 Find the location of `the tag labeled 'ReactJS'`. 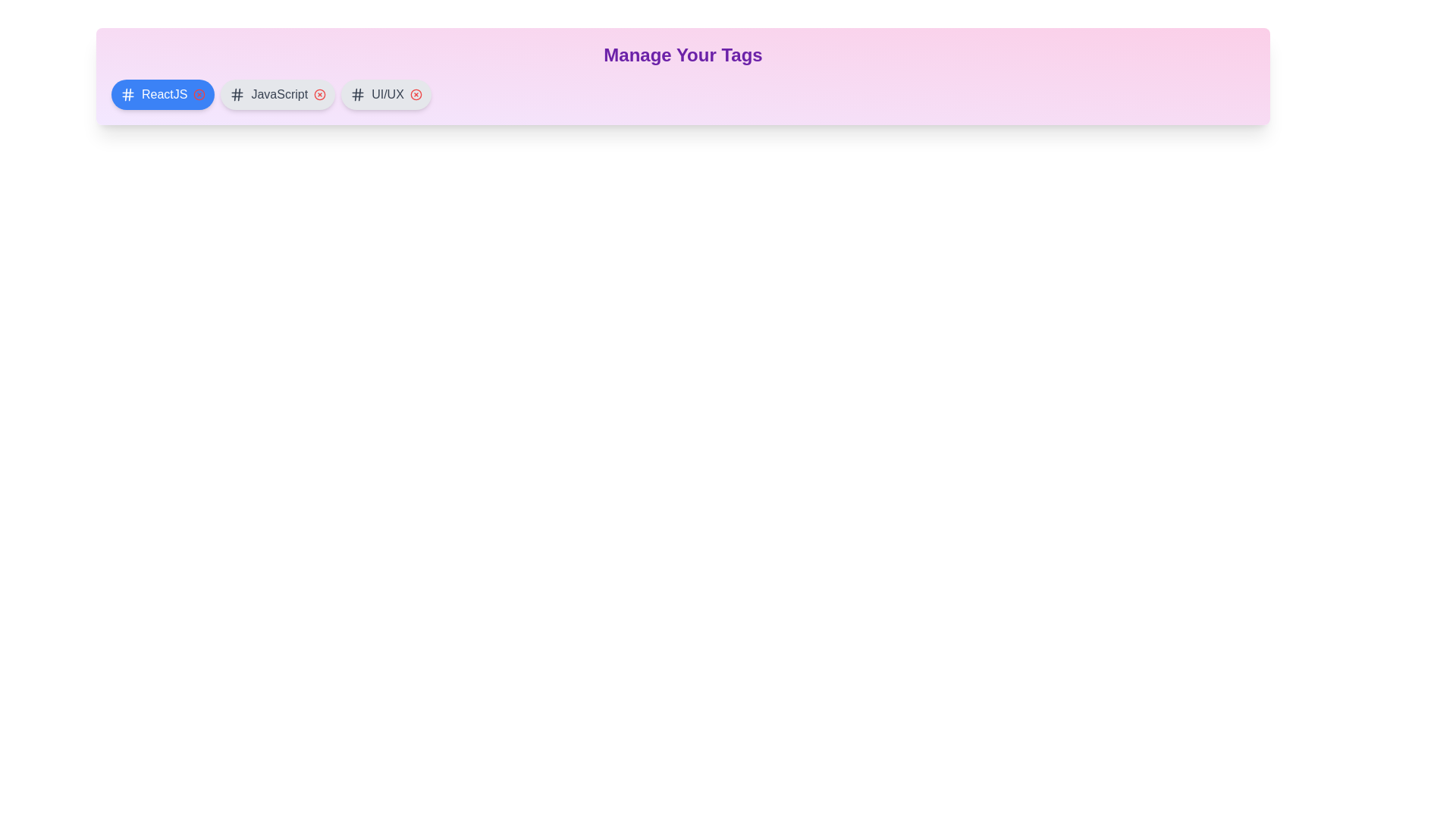

the tag labeled 'ReactJS' is located at coordinates (163, 94).